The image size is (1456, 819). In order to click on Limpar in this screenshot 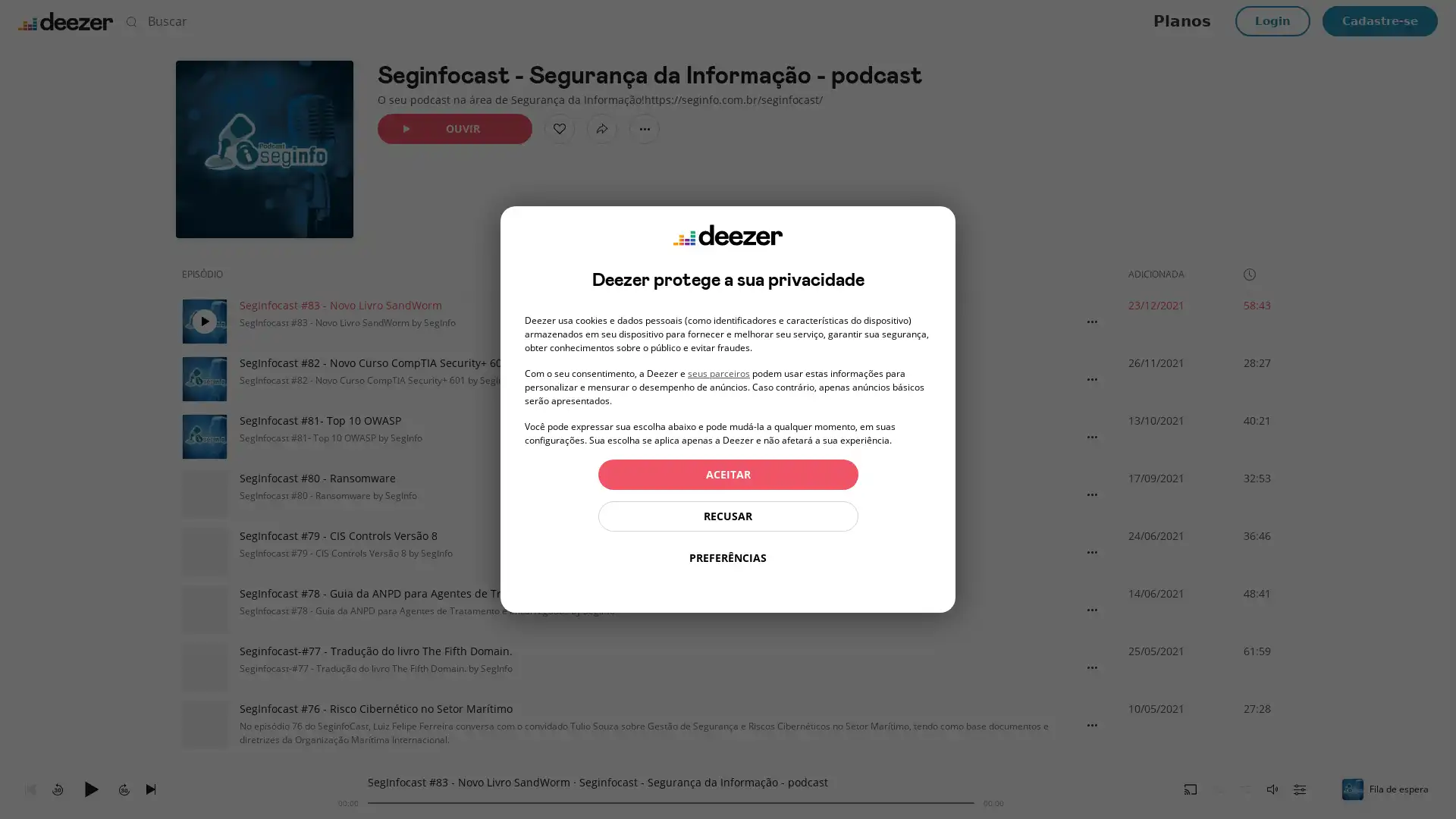, I will do `click(967, 20)`.